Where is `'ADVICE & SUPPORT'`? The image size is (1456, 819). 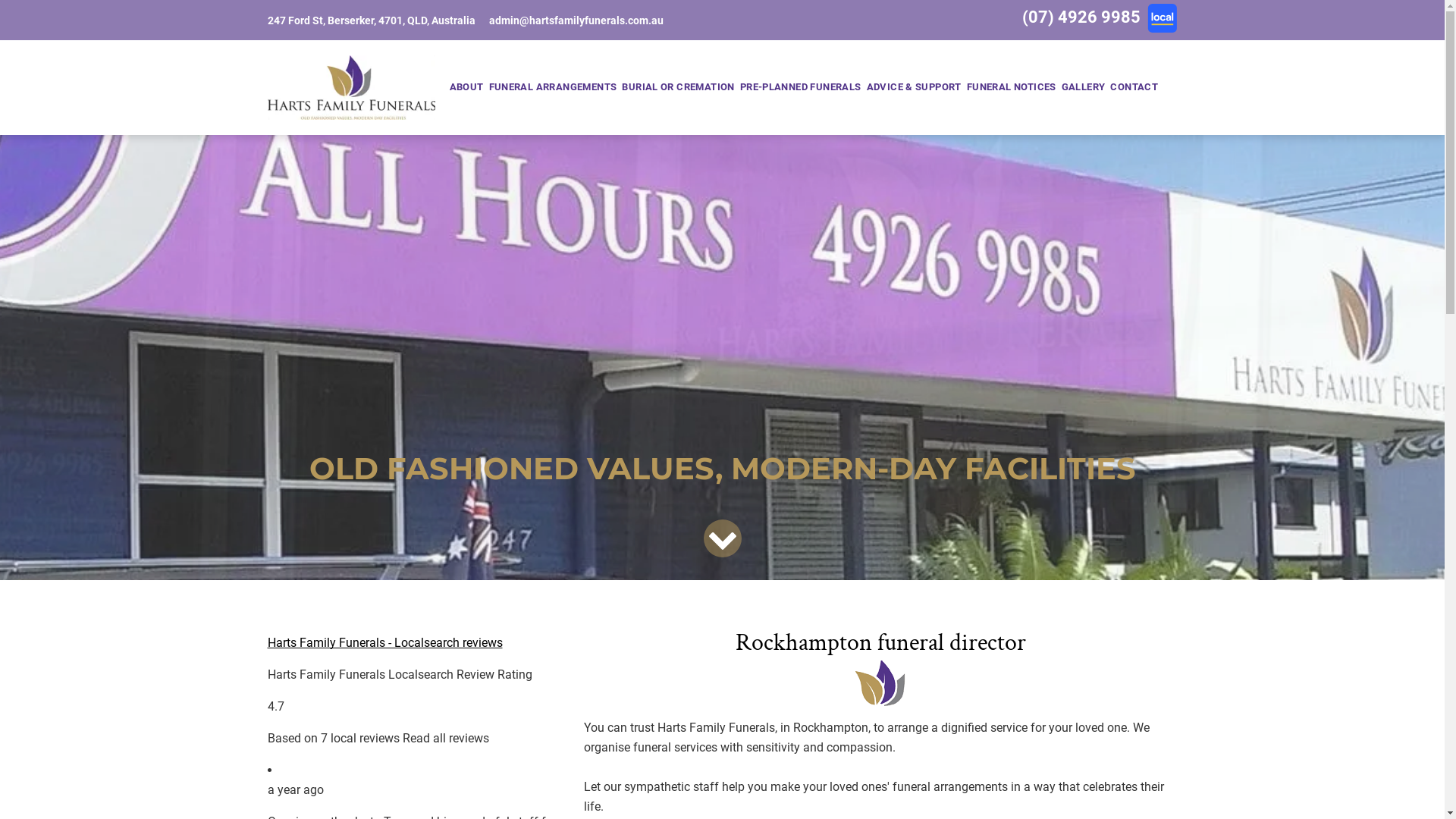
'ADVICE & SUPPORT' is located at coordinates (912, 87).